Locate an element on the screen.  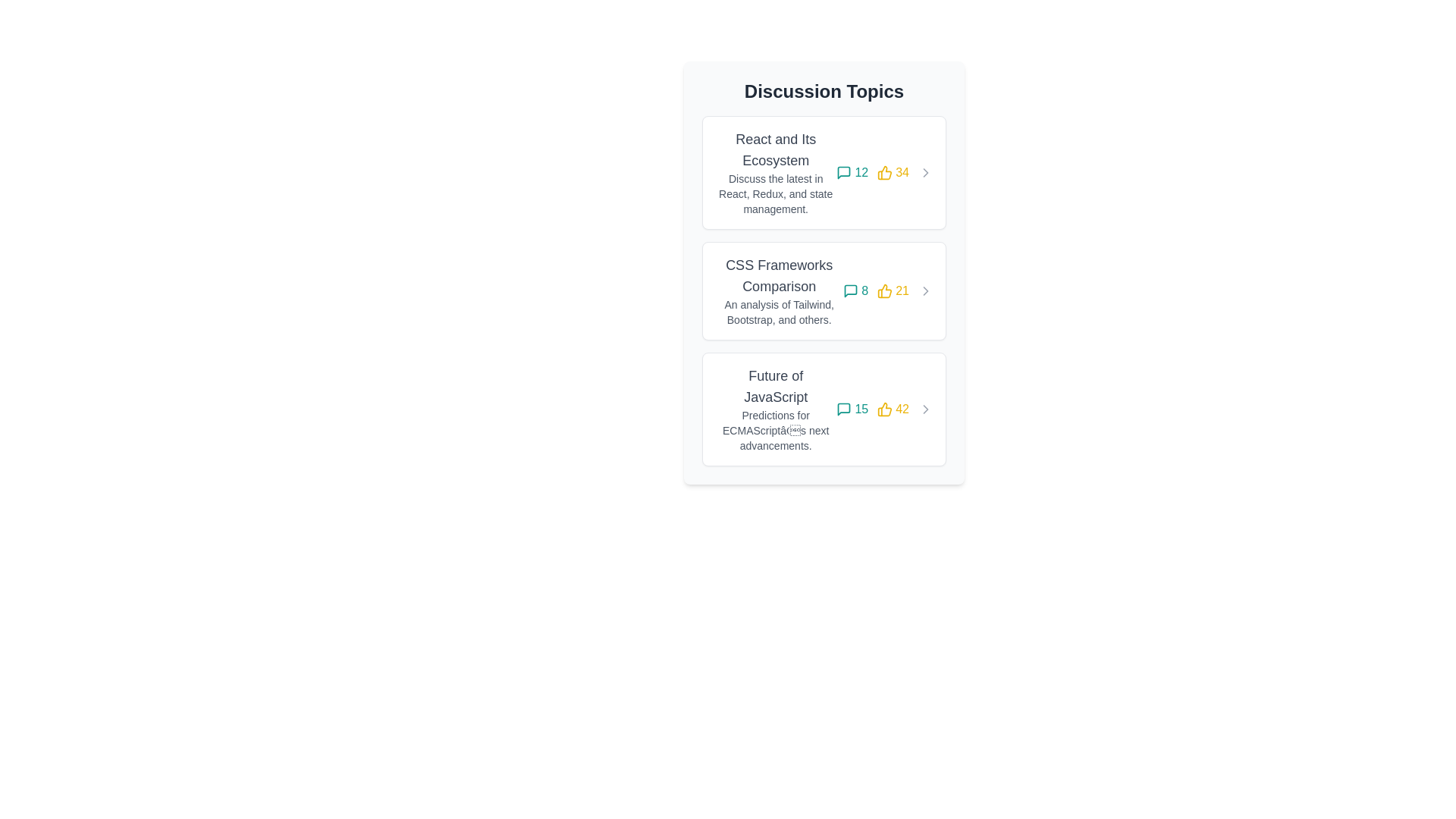
the chevron icon located in the 'CSS Frameworks Comparison' section, adjacent to the numerical '21' element, which serves as a navigational indicator is located at coordinates (924, 291).